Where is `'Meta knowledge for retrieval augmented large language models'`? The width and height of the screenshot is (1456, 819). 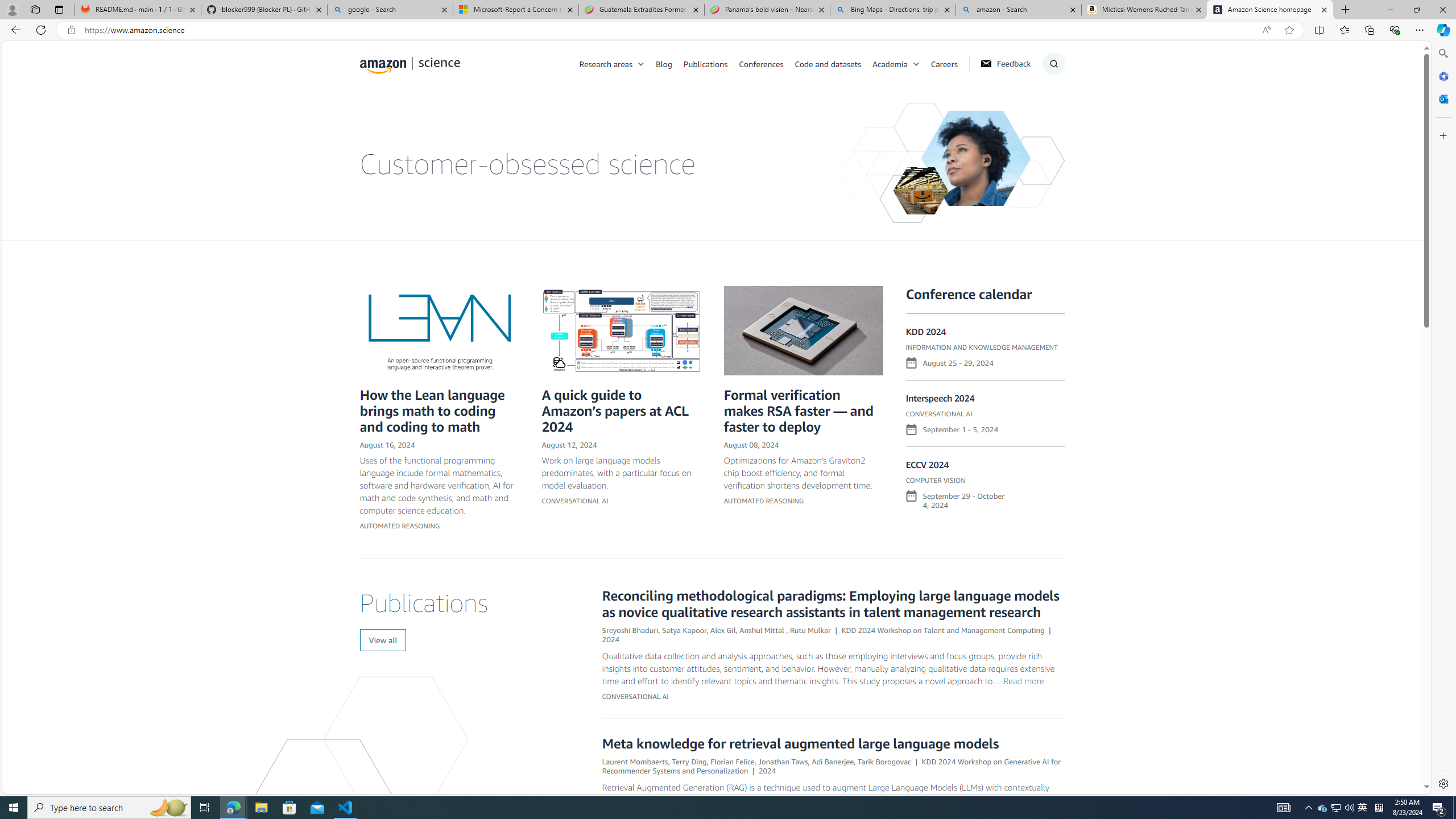 'Meta knowledge for retrieval augmented large language models' is located at coordinates (800, 742).